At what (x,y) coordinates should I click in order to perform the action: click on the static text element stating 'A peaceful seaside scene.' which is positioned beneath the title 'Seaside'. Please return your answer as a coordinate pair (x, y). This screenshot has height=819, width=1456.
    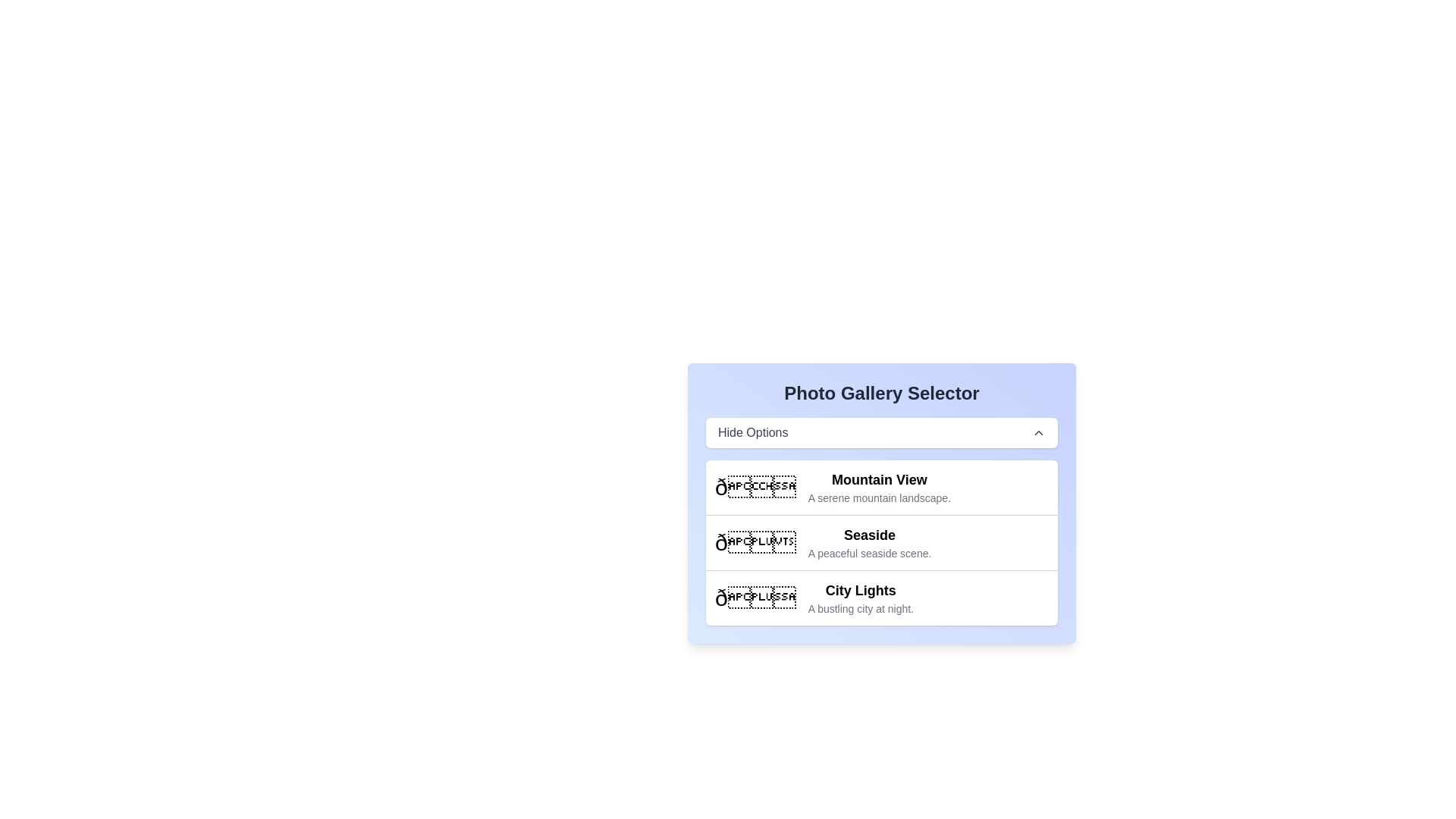
    Looking at the image, I should click on (870, 553).